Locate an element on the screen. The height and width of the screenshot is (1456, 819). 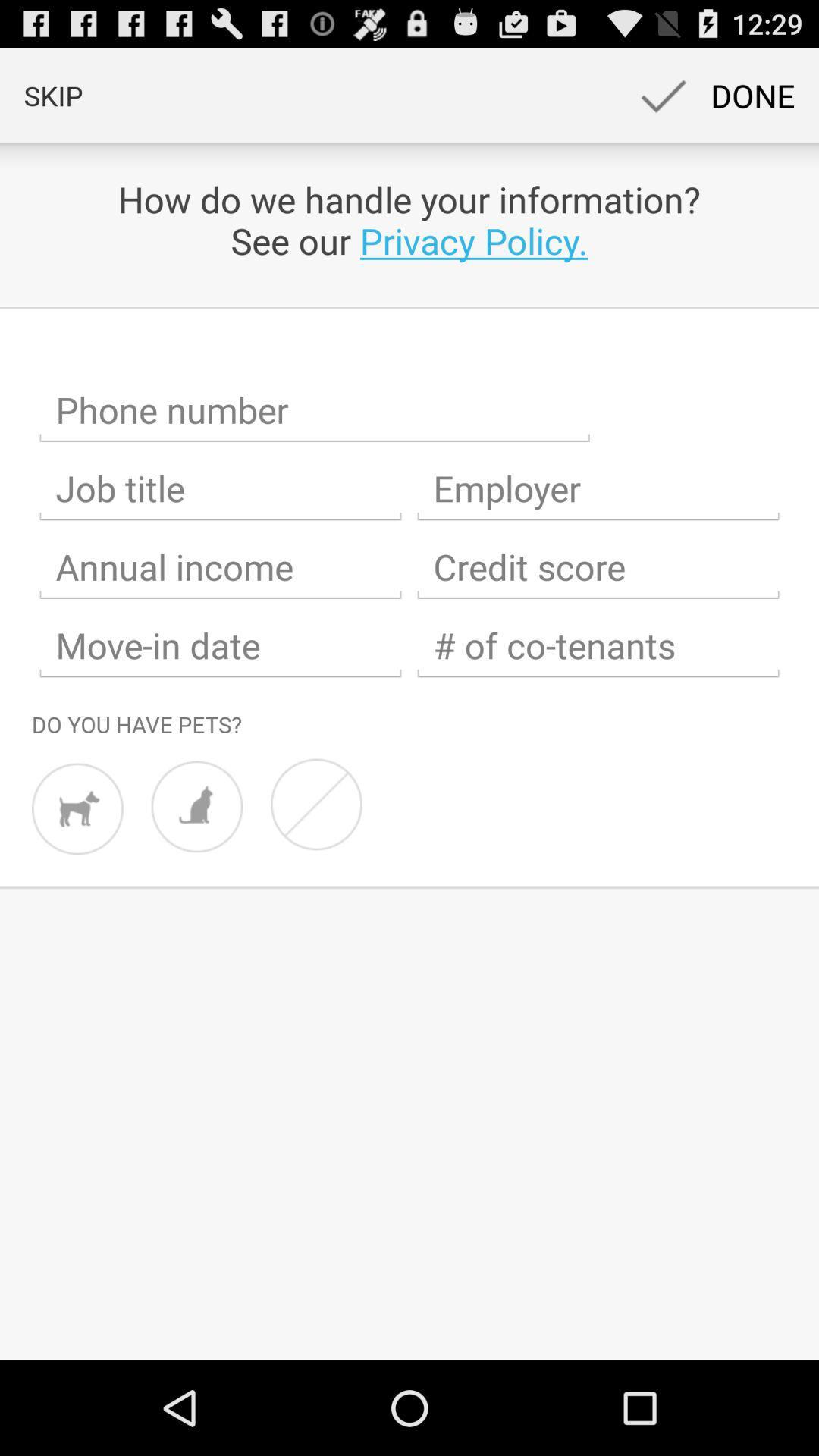
cat option is located at coordinates (196, 805).